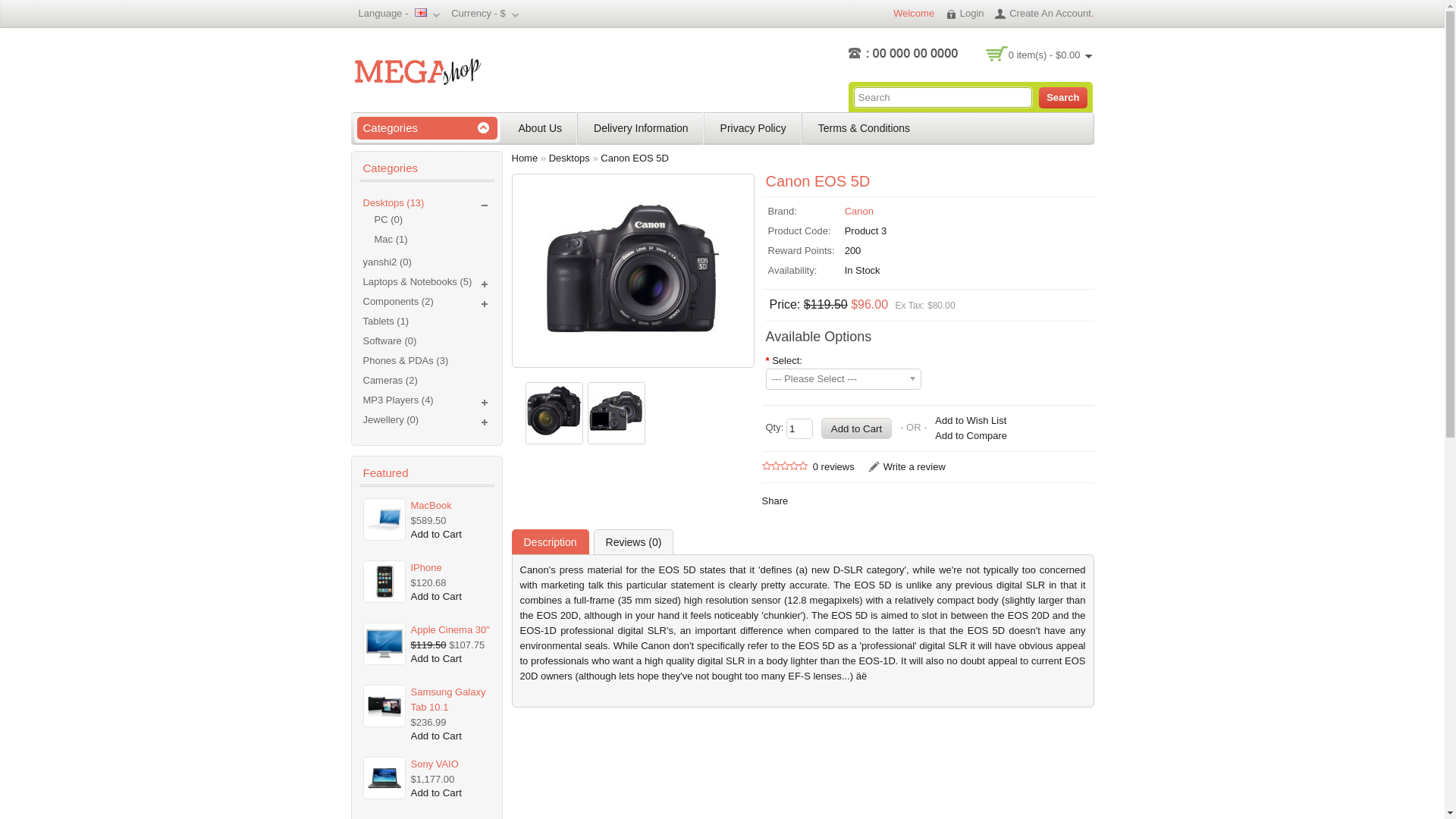  I want to click on 'Create An Account', so click(1041, 13).